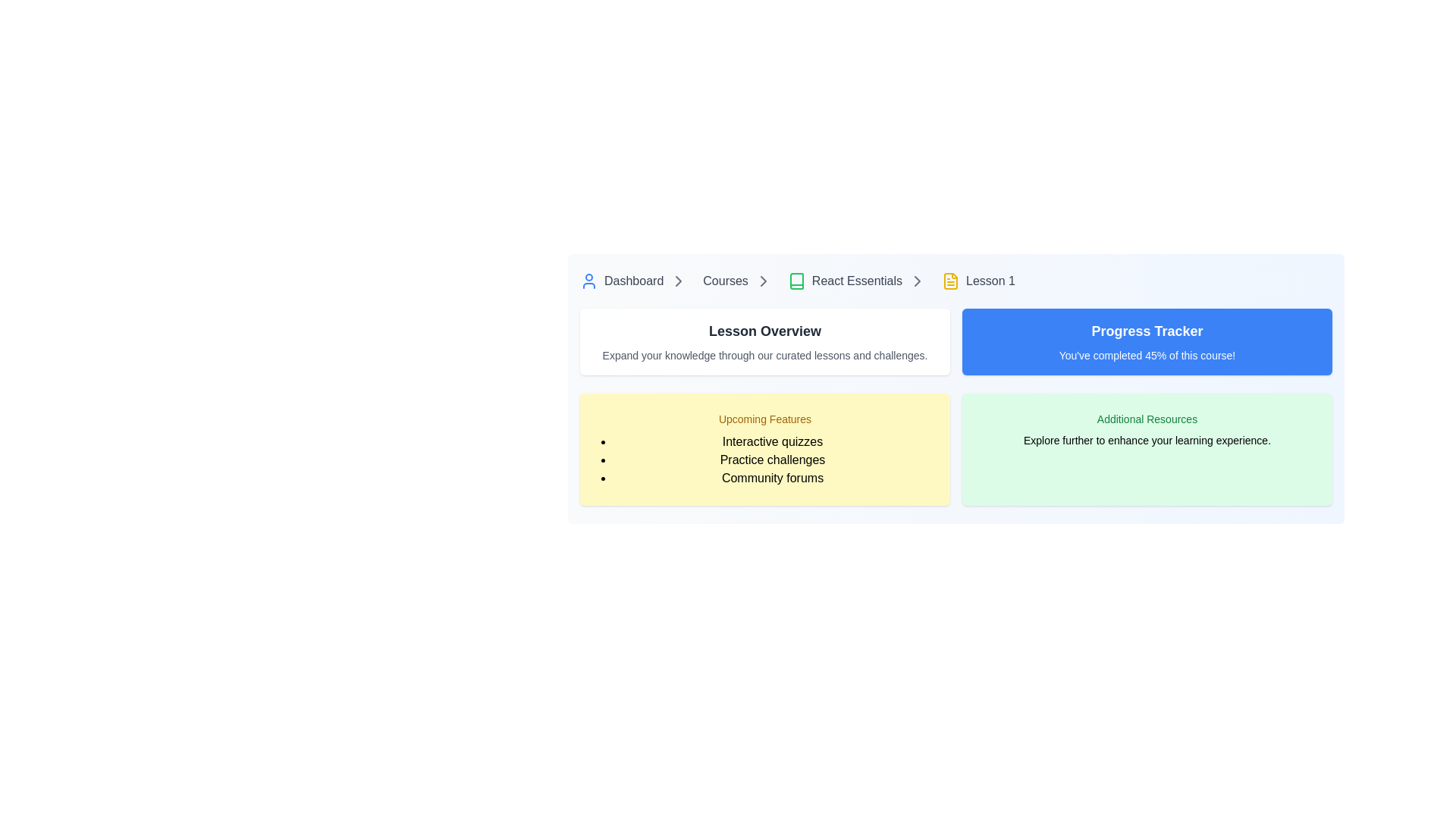  What do you see at coordinates (622, 281) in the screenshot?
I see `the 'Dashboard' hyperlink with a user silhouette icon` at bounding box center [622, 281].